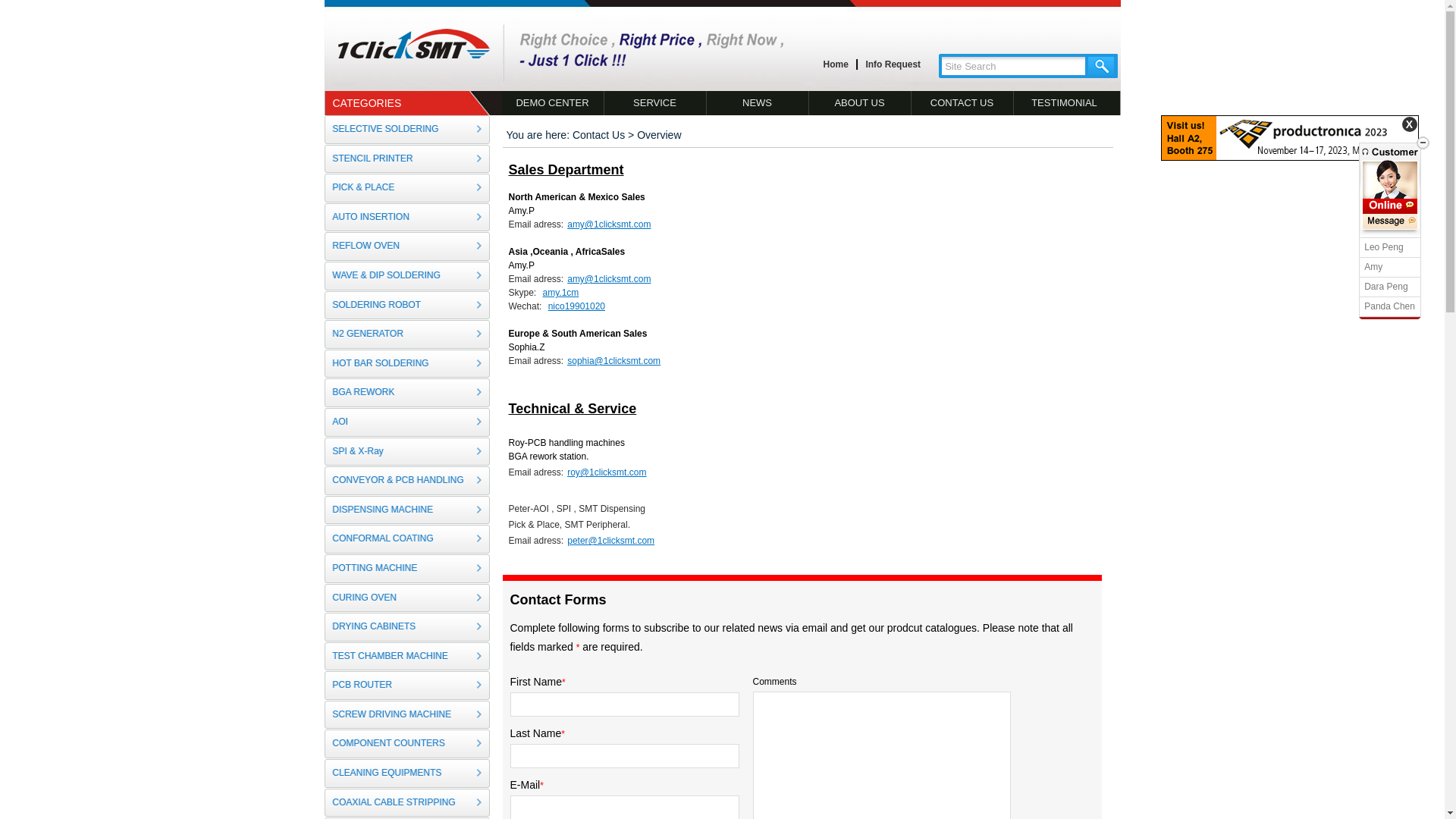  Describe the element at coordinates (1390, 221) in the screenshot. I see `'customer service'` at that location.